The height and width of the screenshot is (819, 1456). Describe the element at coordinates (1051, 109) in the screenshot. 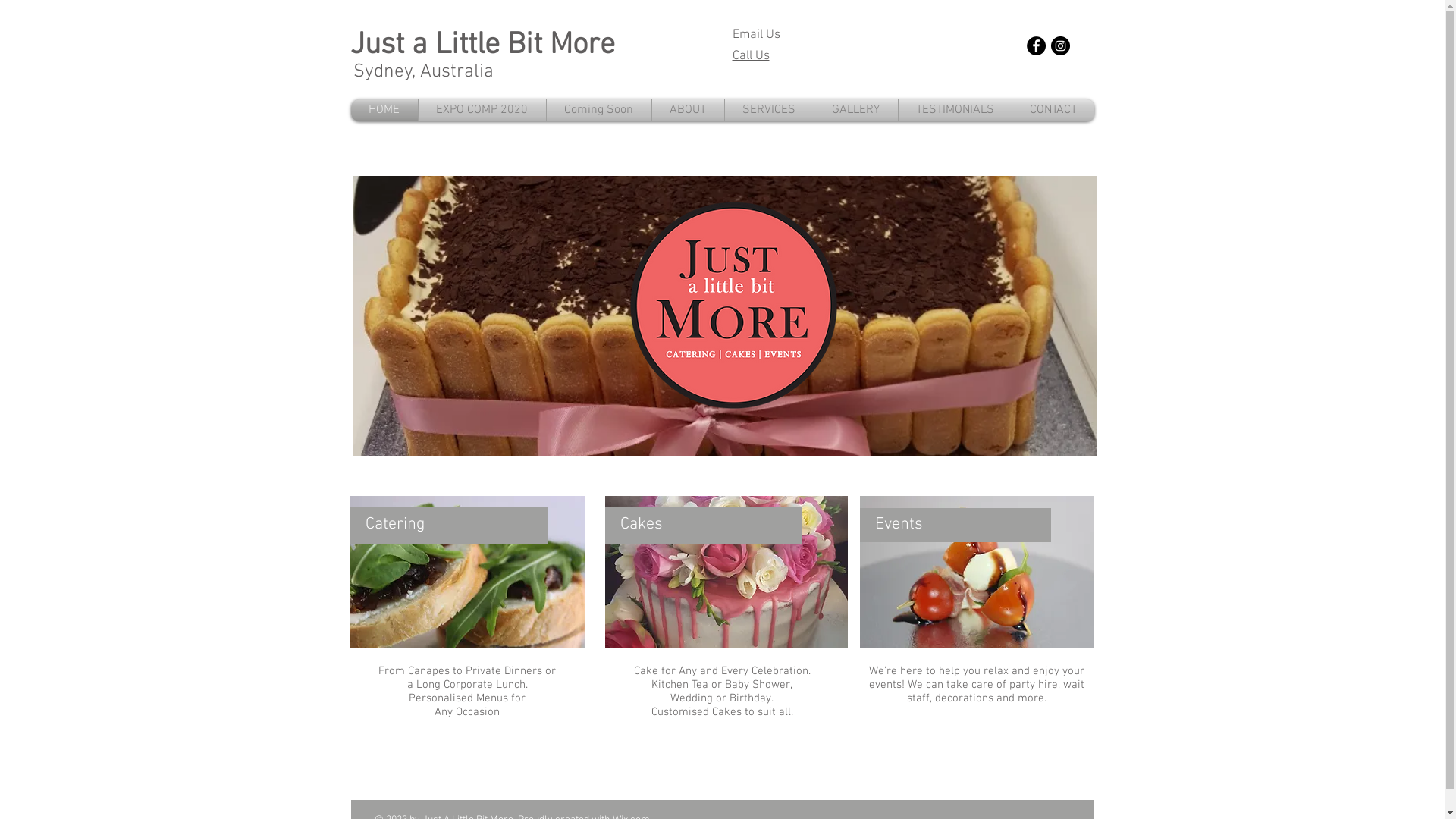

I see `'CONTACT'` at that location.